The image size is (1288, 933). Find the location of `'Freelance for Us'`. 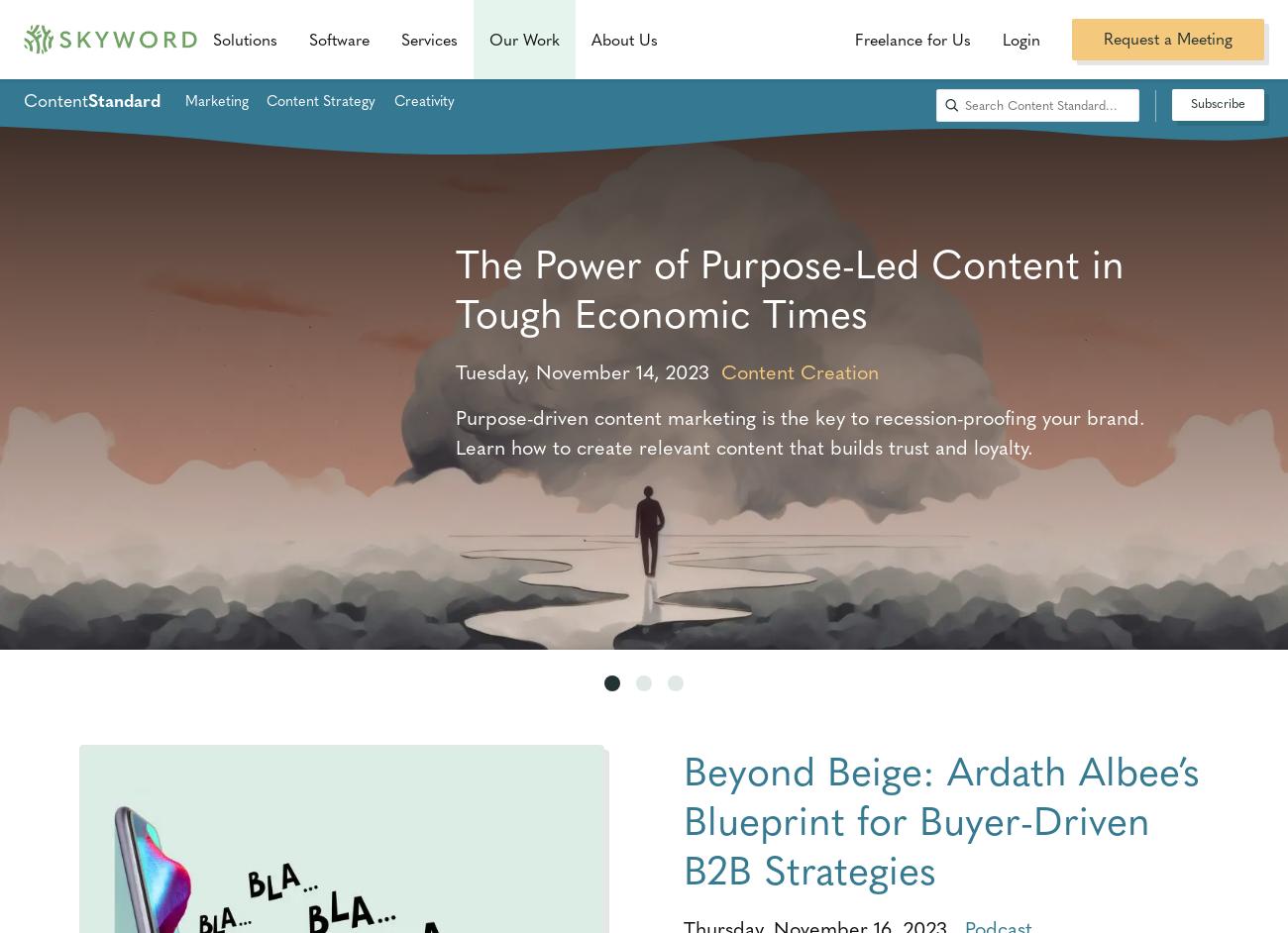

'Freelance for Us' is located at coordinates (912, 39).